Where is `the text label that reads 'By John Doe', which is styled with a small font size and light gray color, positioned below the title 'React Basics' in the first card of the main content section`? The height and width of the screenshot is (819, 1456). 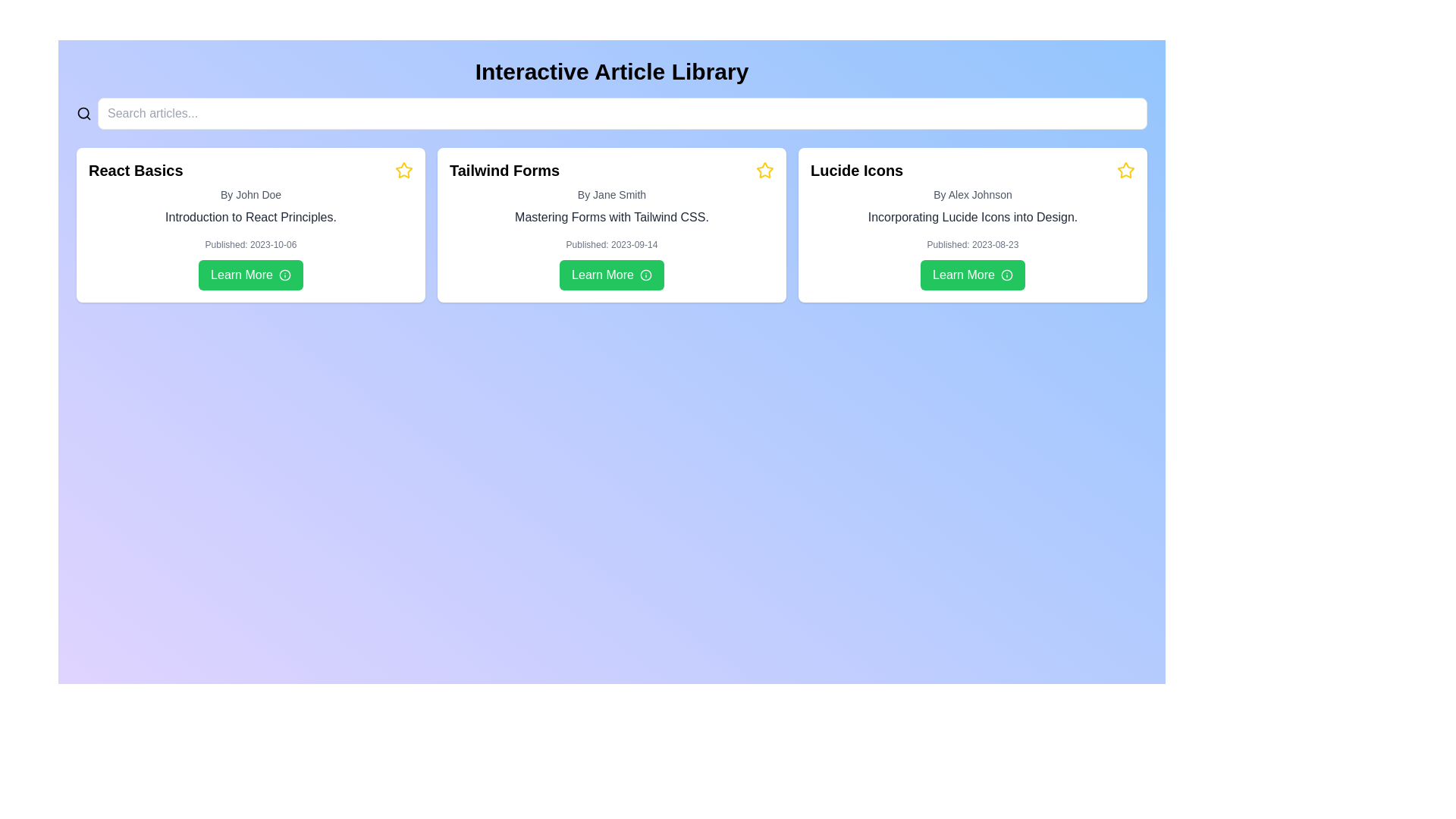
the text label that reads 'By John Doe', which is styled with a small font size and light gray color, positioned below the title 'React Basics' in the first card of the main content section is located at coordinates (251, 194).